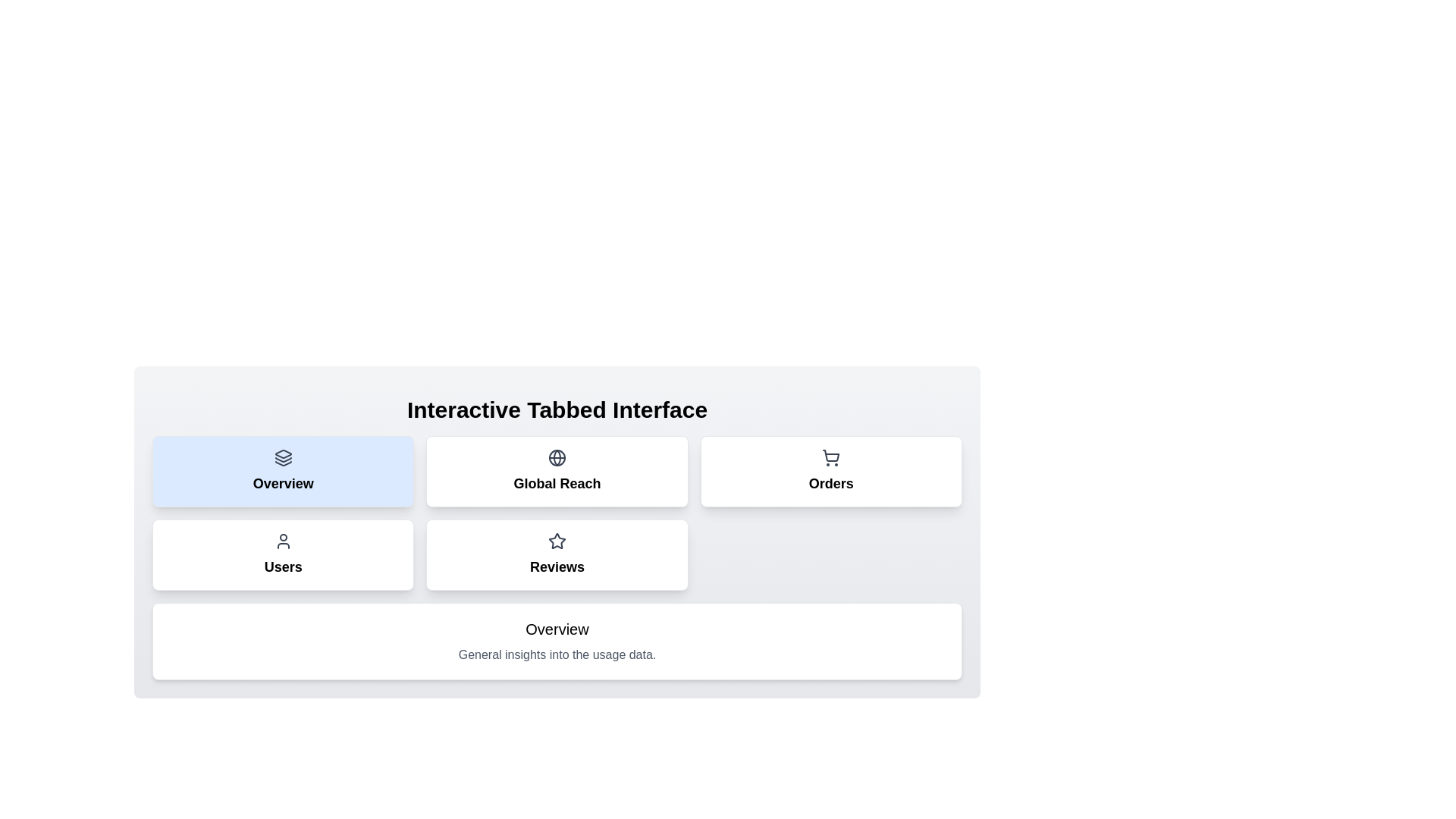  I want to click on the tab labeled Orders, so click(830, 470).